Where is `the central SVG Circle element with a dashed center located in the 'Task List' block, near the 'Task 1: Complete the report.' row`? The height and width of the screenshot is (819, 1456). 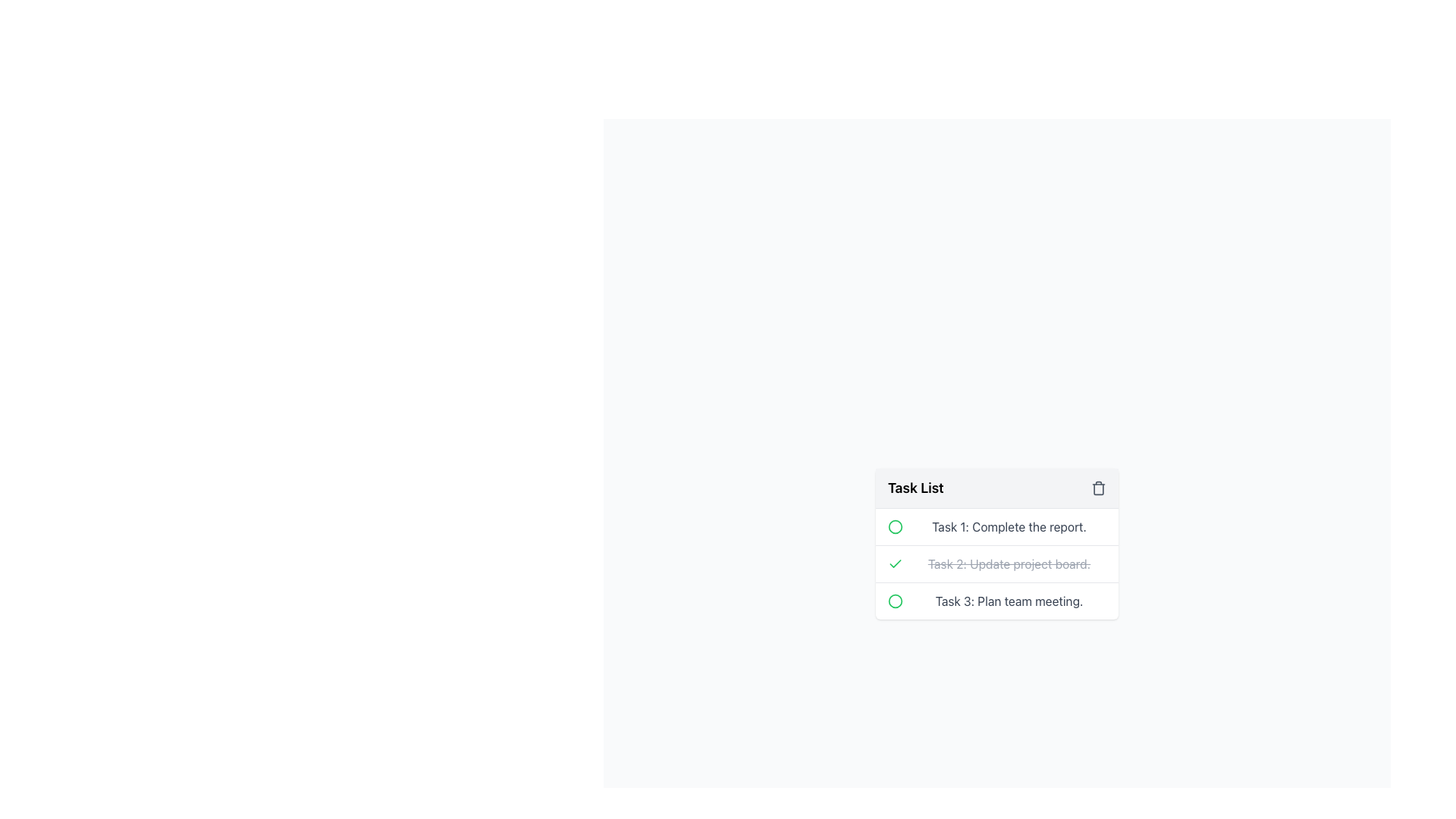 the central SVG Circle element with a dashed center located in the 'Task List' block, near the 'Task 1: Complete the report.' row is located at coordinates (895, 526).